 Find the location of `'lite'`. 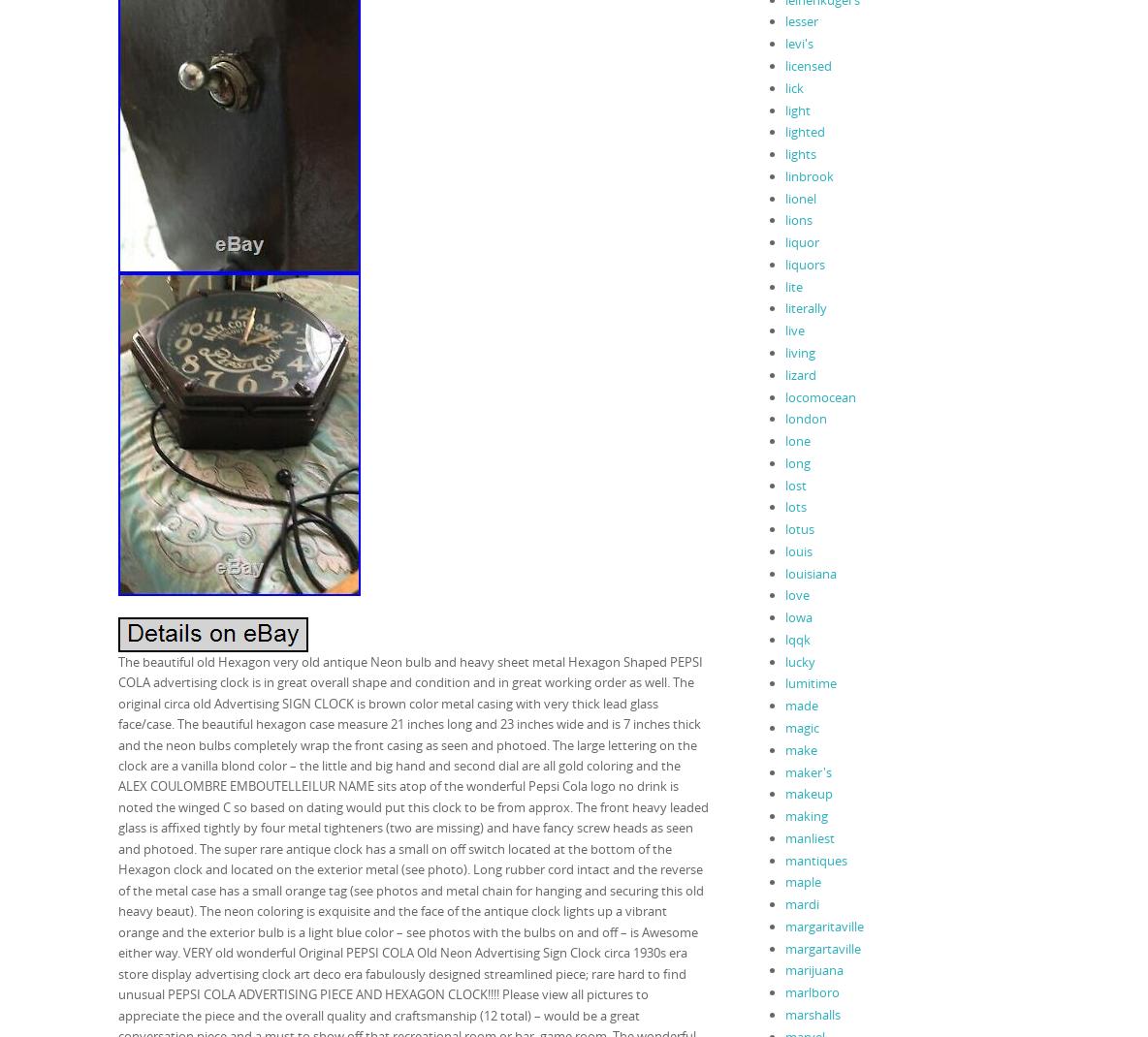

'lite' is located at coordinates (793, 285).